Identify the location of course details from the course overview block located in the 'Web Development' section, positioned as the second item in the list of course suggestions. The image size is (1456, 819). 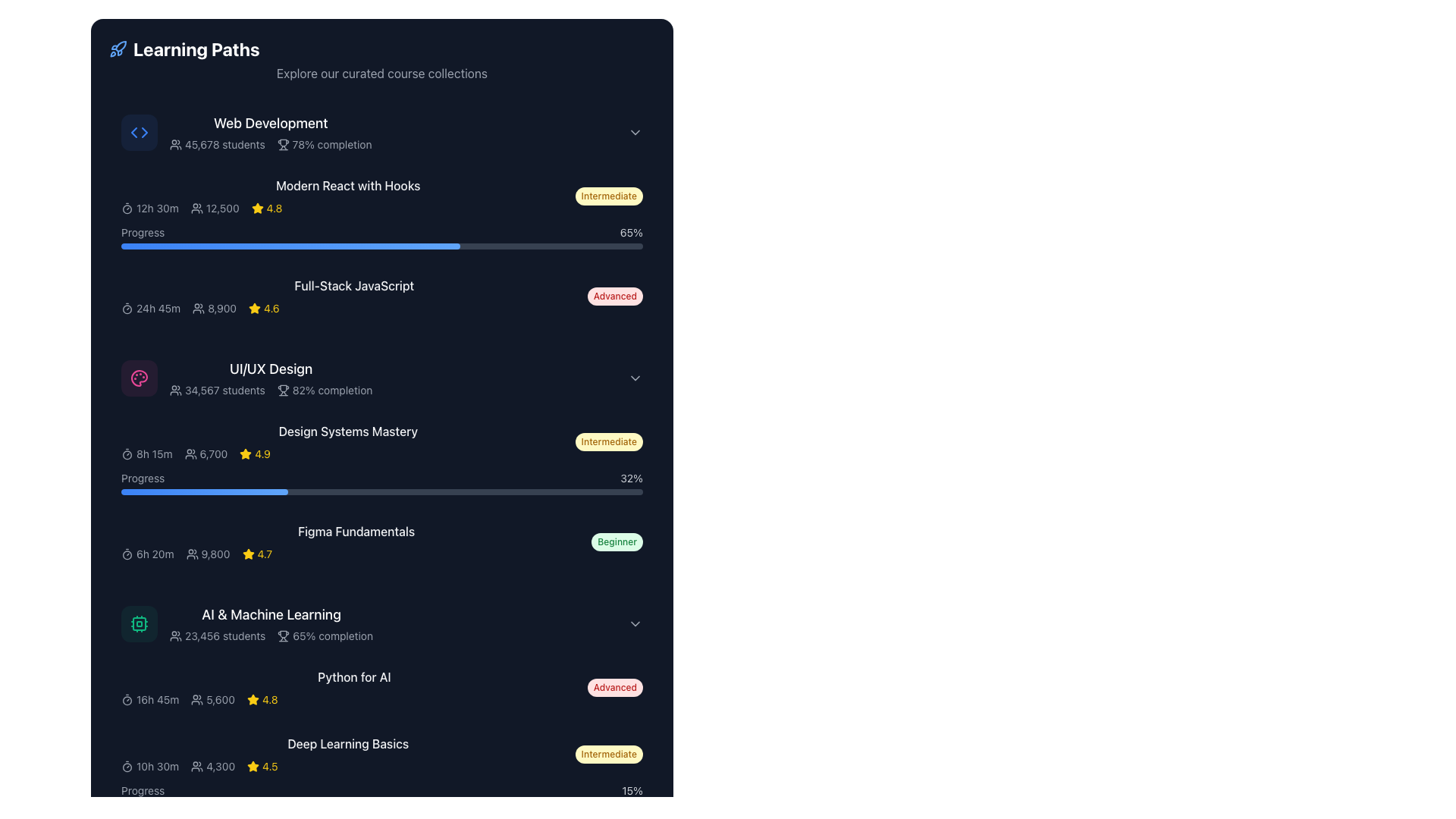
(382, 195).